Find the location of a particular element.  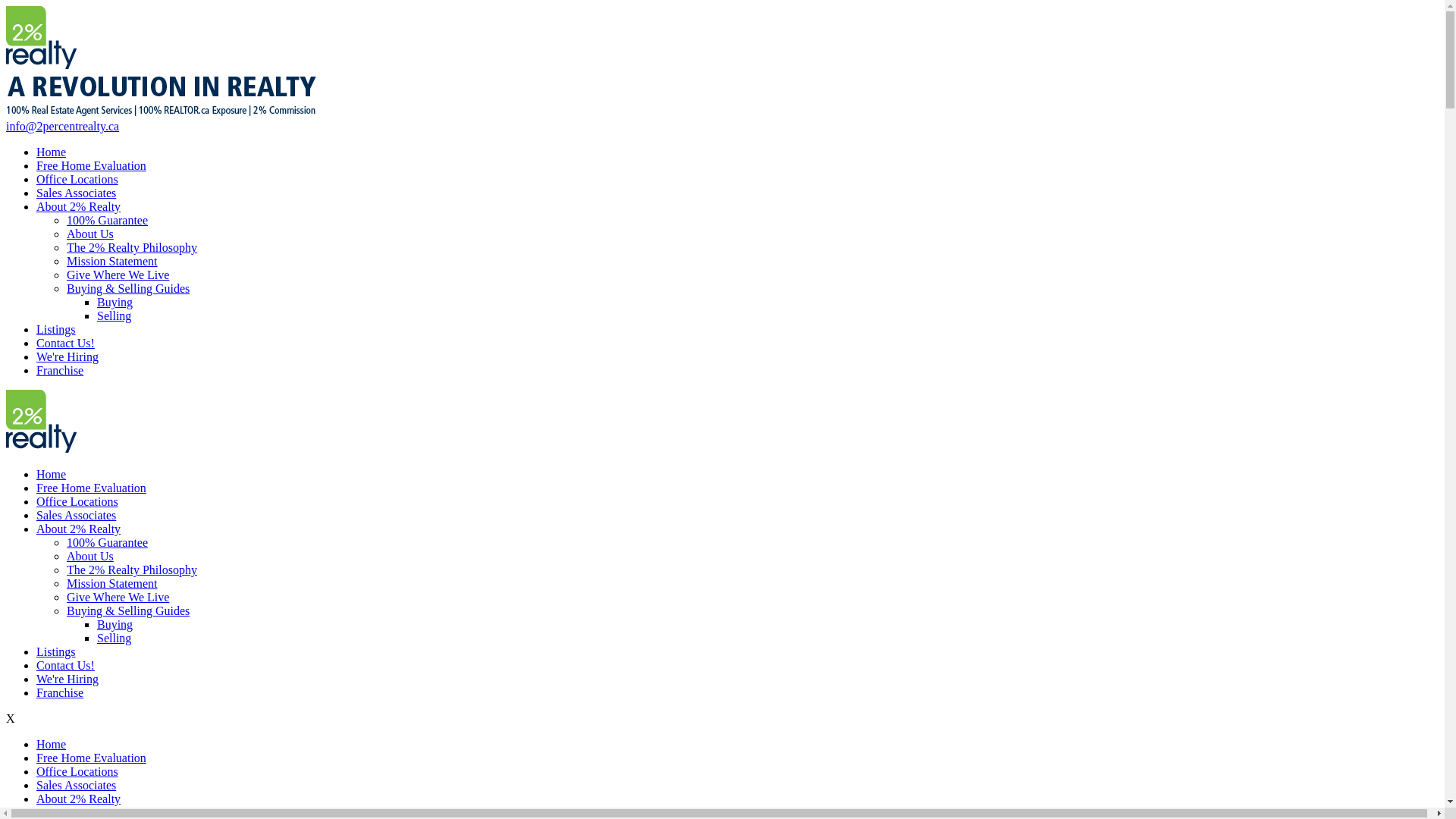

'Office Locations' is located at coordinates (76, 178).